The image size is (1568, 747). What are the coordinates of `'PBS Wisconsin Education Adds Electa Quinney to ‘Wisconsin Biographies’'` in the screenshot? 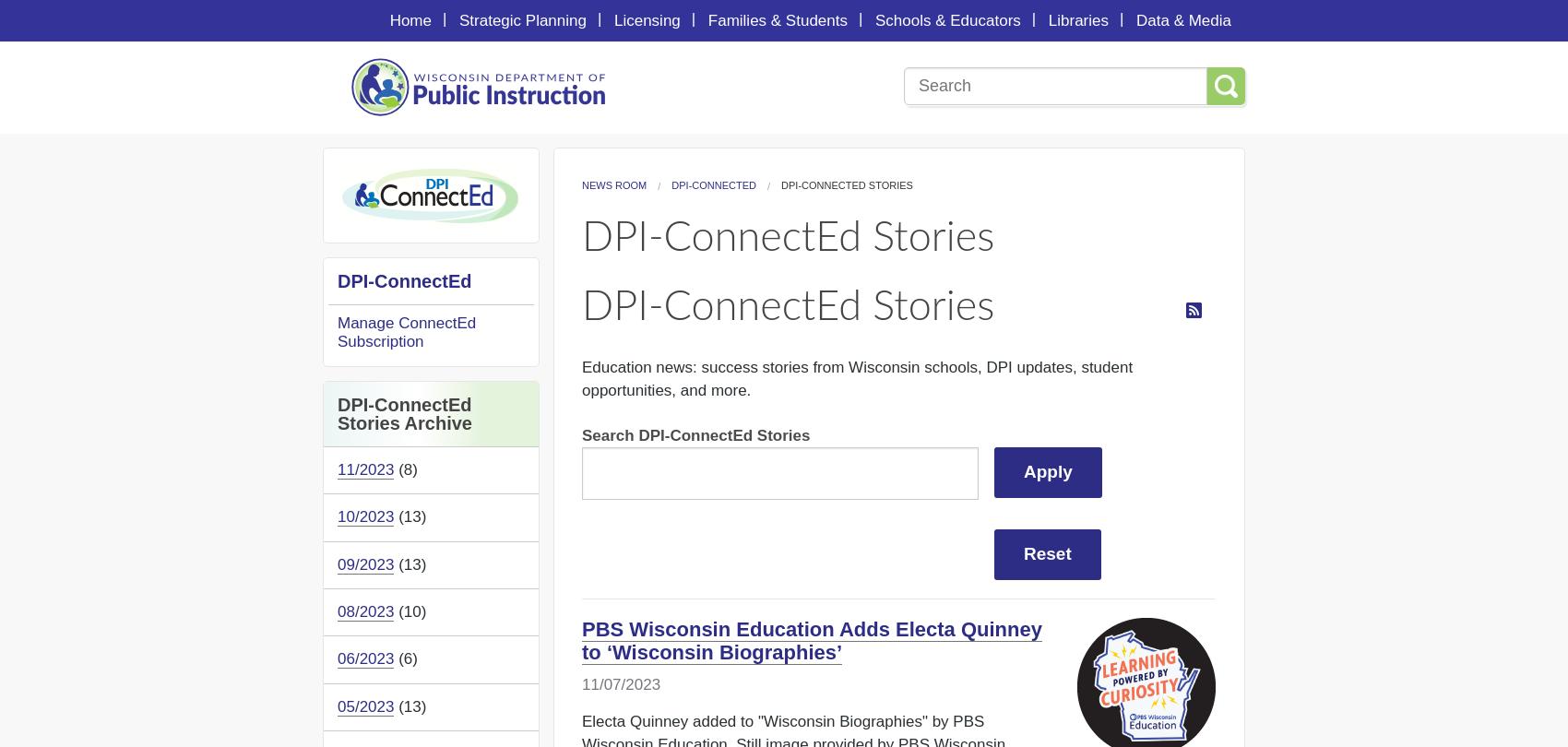 It's located at (811, 639).